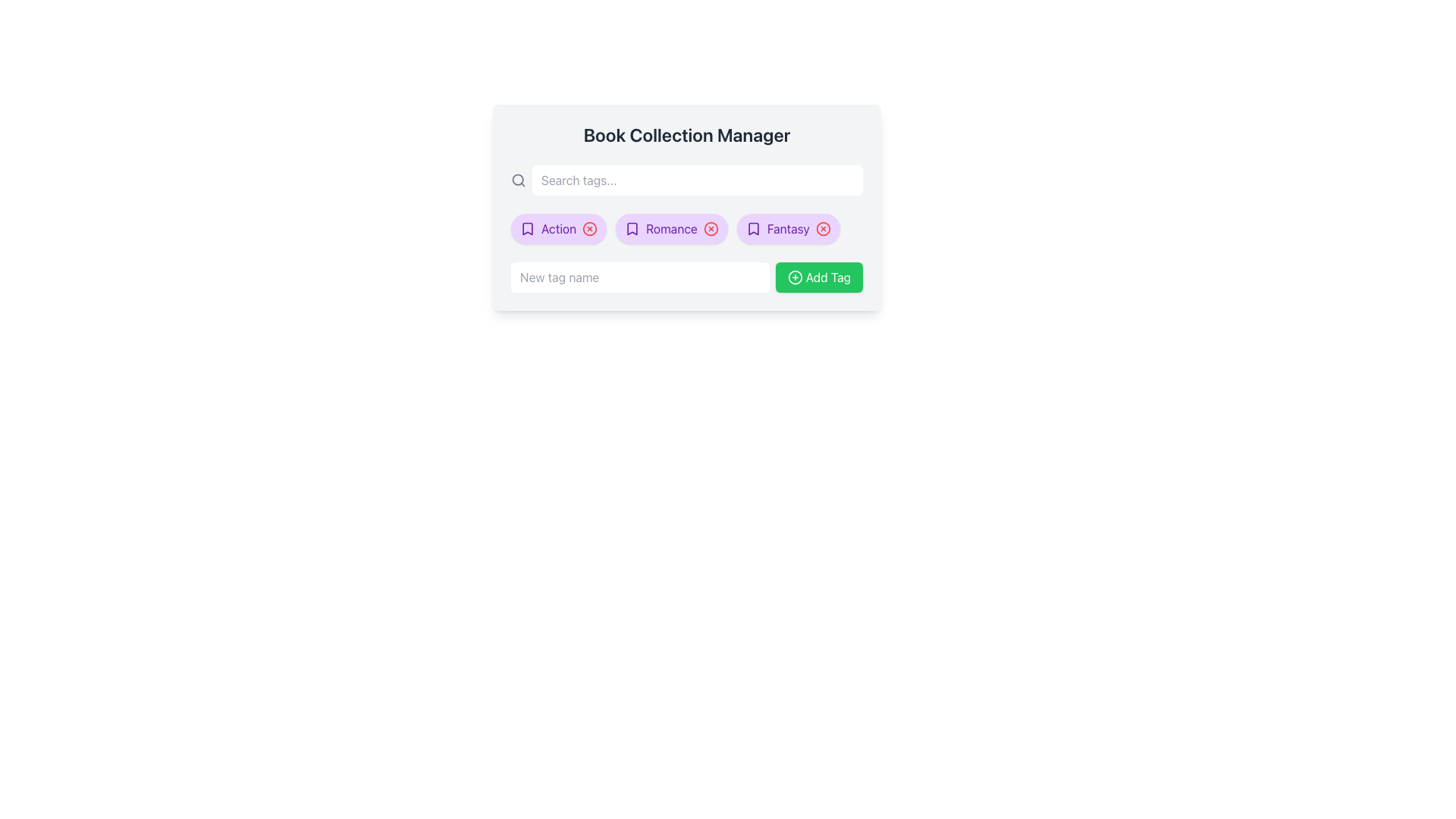 The image size is (1456, 819). I want to click on the bookmark icon on the 'Romance' category tag, which is a pill-shaped item with a light purple background and bold dark purple text, located below the search bar, so click(670, 228).